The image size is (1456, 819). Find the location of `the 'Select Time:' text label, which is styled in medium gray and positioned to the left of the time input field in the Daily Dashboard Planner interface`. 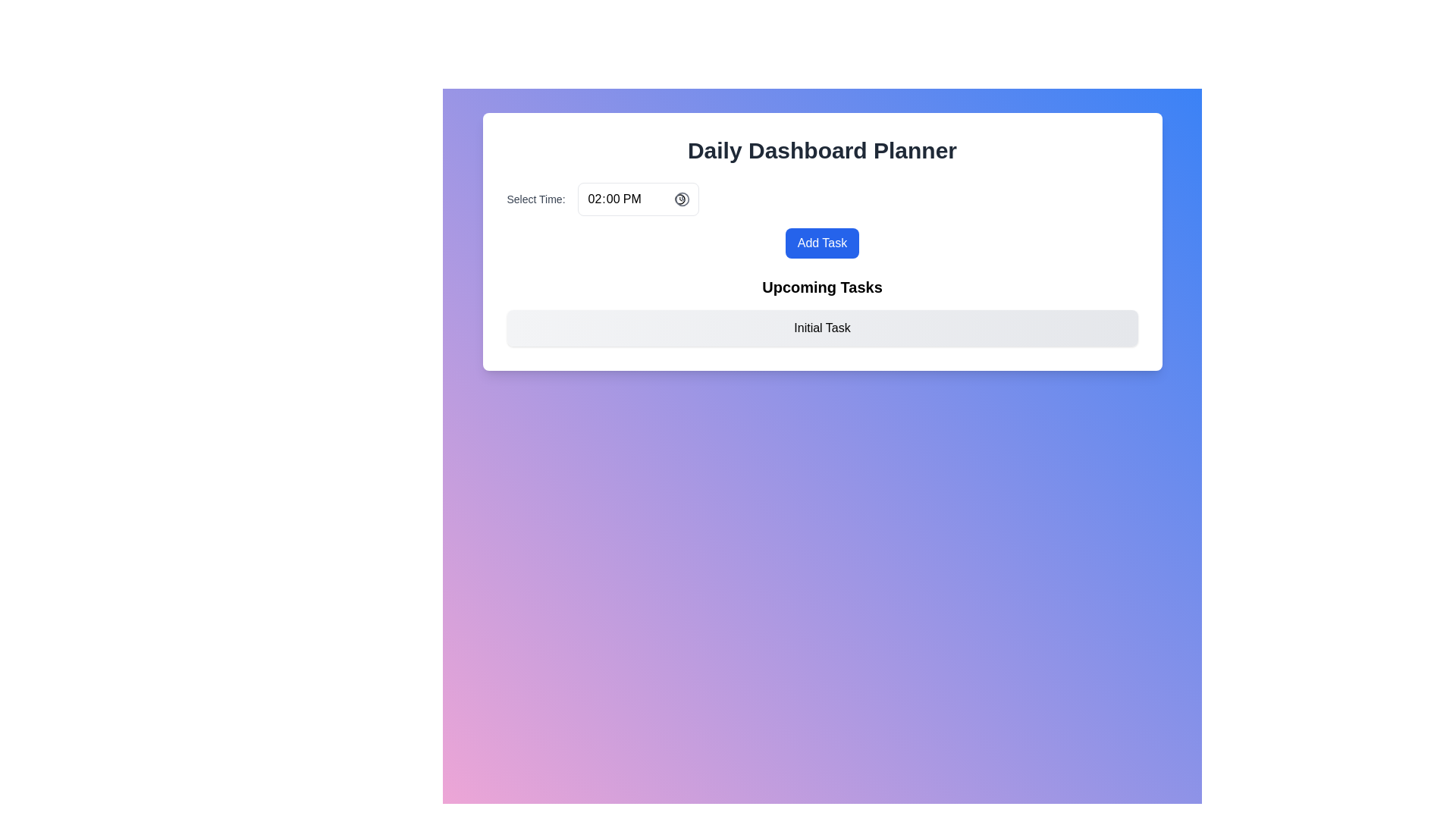

the 'Select Time:' text label, which is styled in medium gray and positioned to the left of the time input field in the Daily Dashboard Planner interface is located at coordinates (535, 198).